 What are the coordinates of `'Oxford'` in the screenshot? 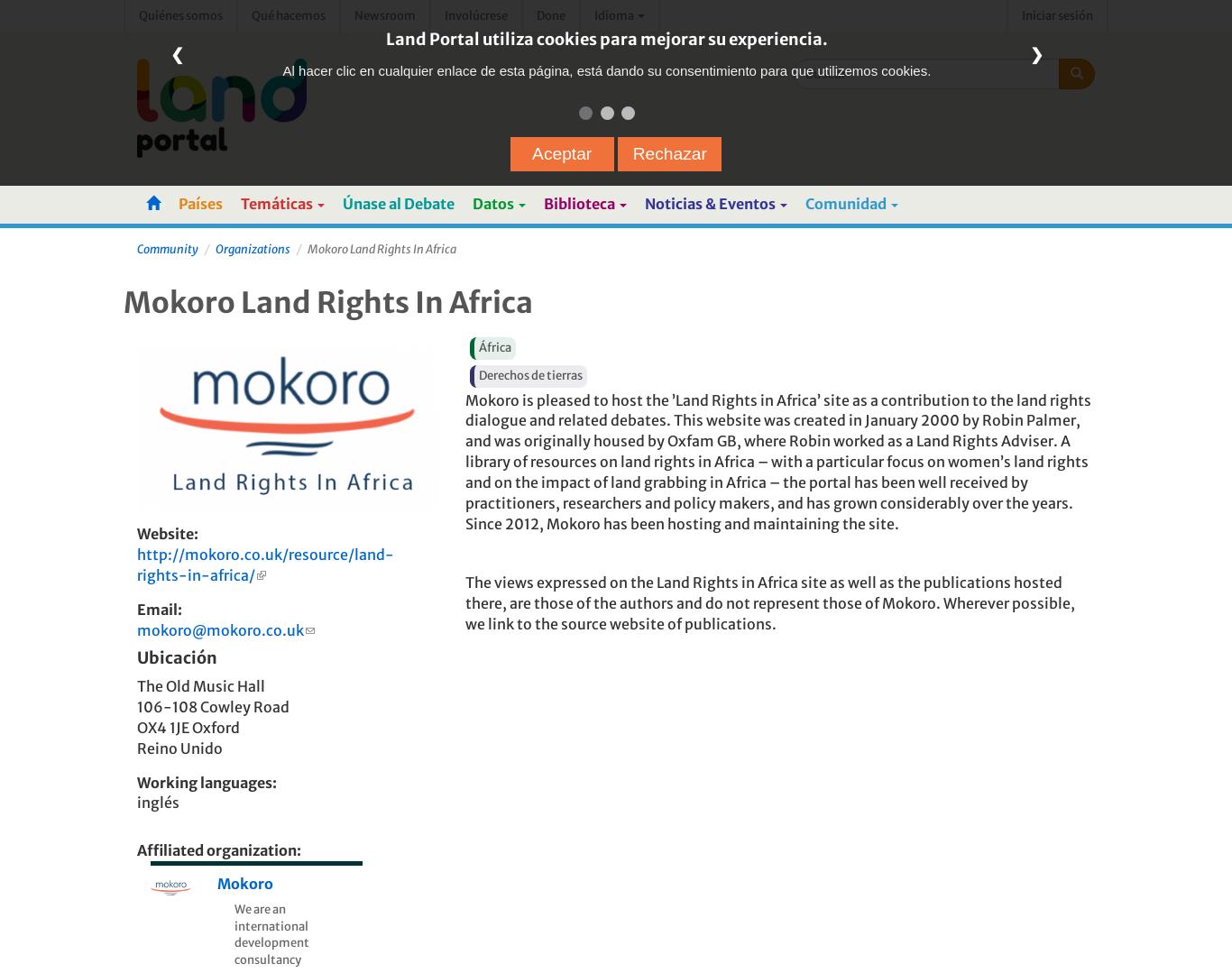 It's located at (215, 726).